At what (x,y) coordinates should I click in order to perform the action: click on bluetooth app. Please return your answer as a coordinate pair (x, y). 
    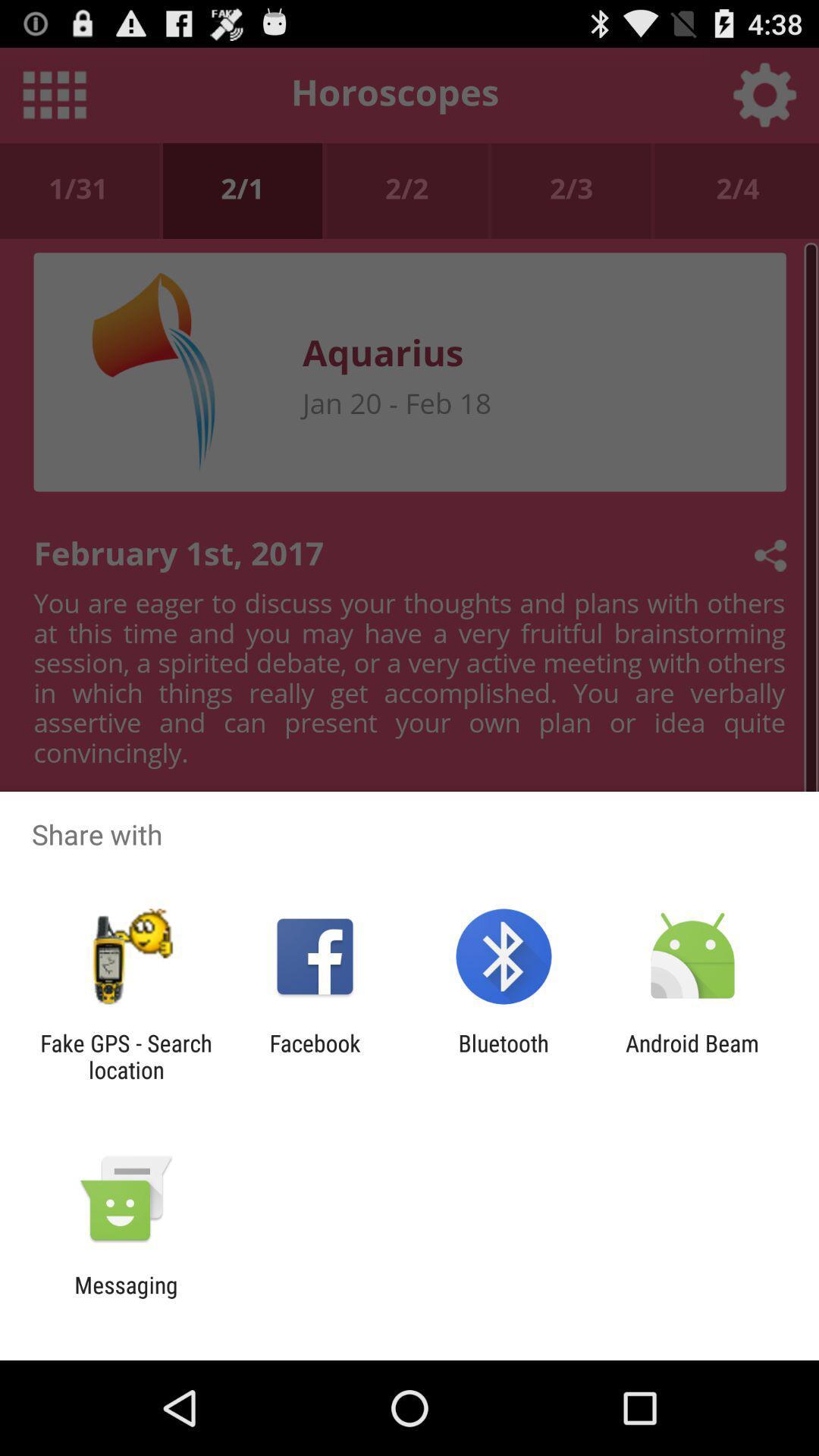
    Looking at the image, I should click on (504, 1056).